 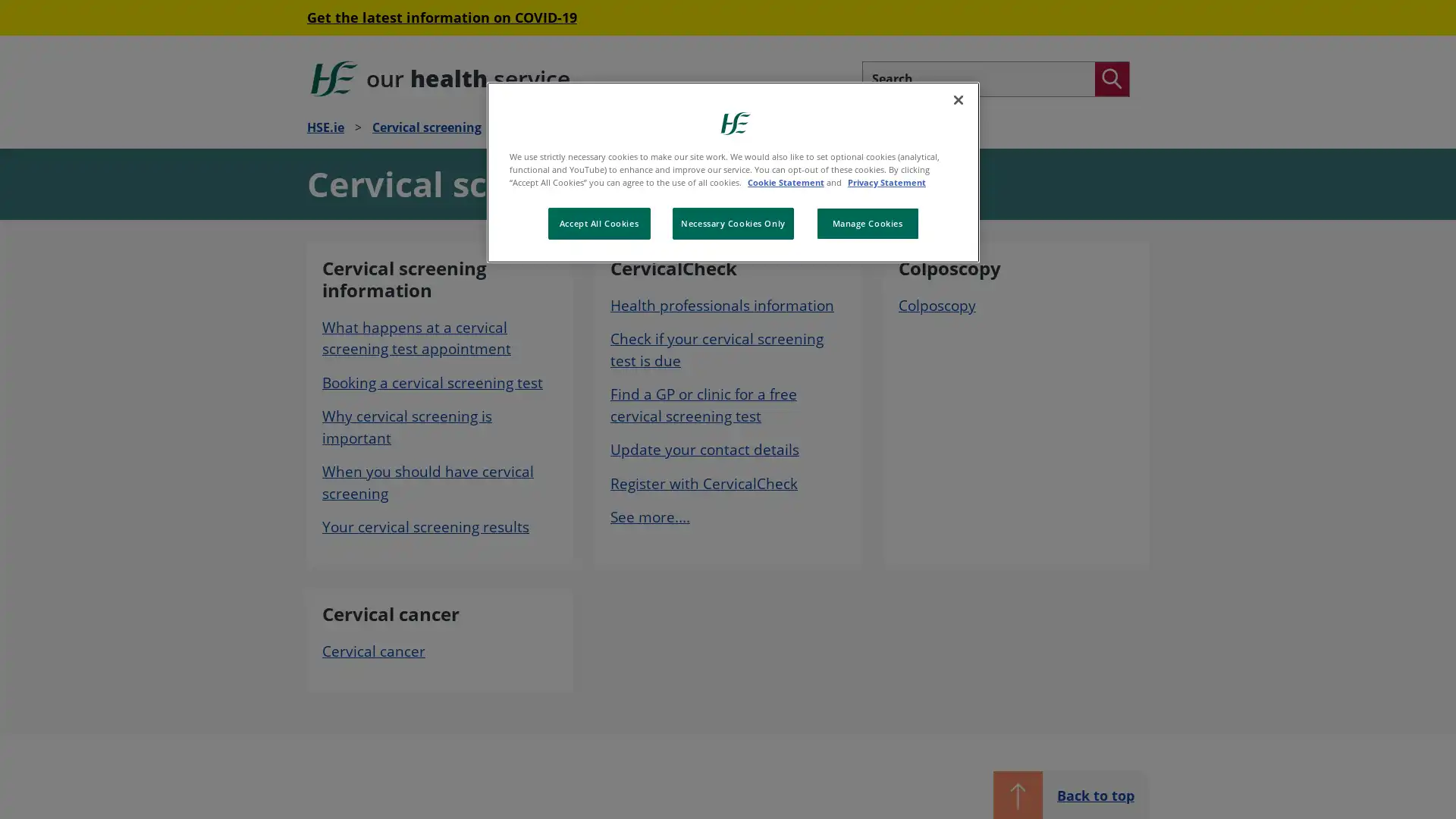 I want to click on Accept All Cookies, so click(x=598, y=223).